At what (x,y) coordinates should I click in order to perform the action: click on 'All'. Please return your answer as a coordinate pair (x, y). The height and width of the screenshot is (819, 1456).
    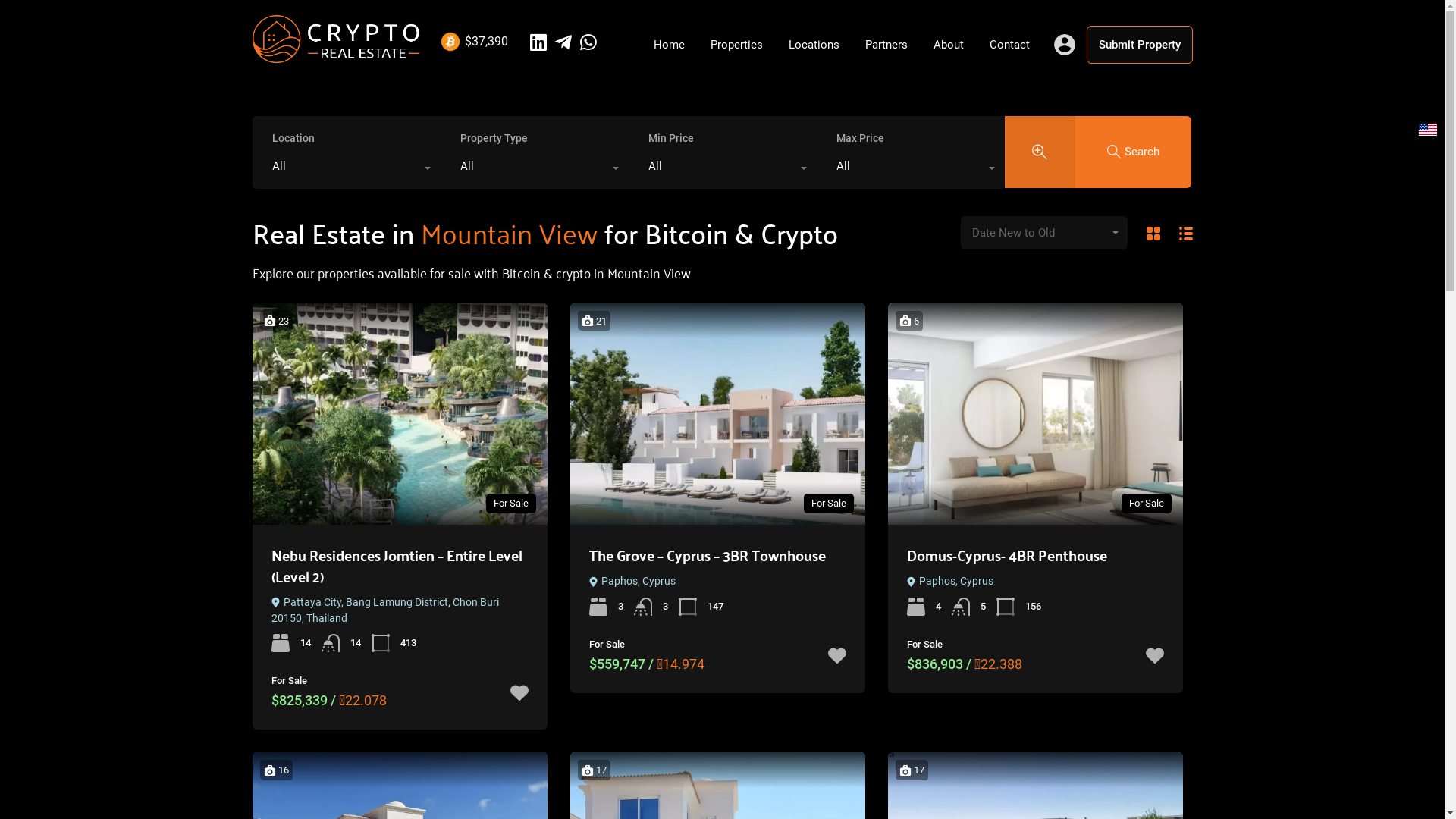
    Looking at the image, I should click on (722, 169).